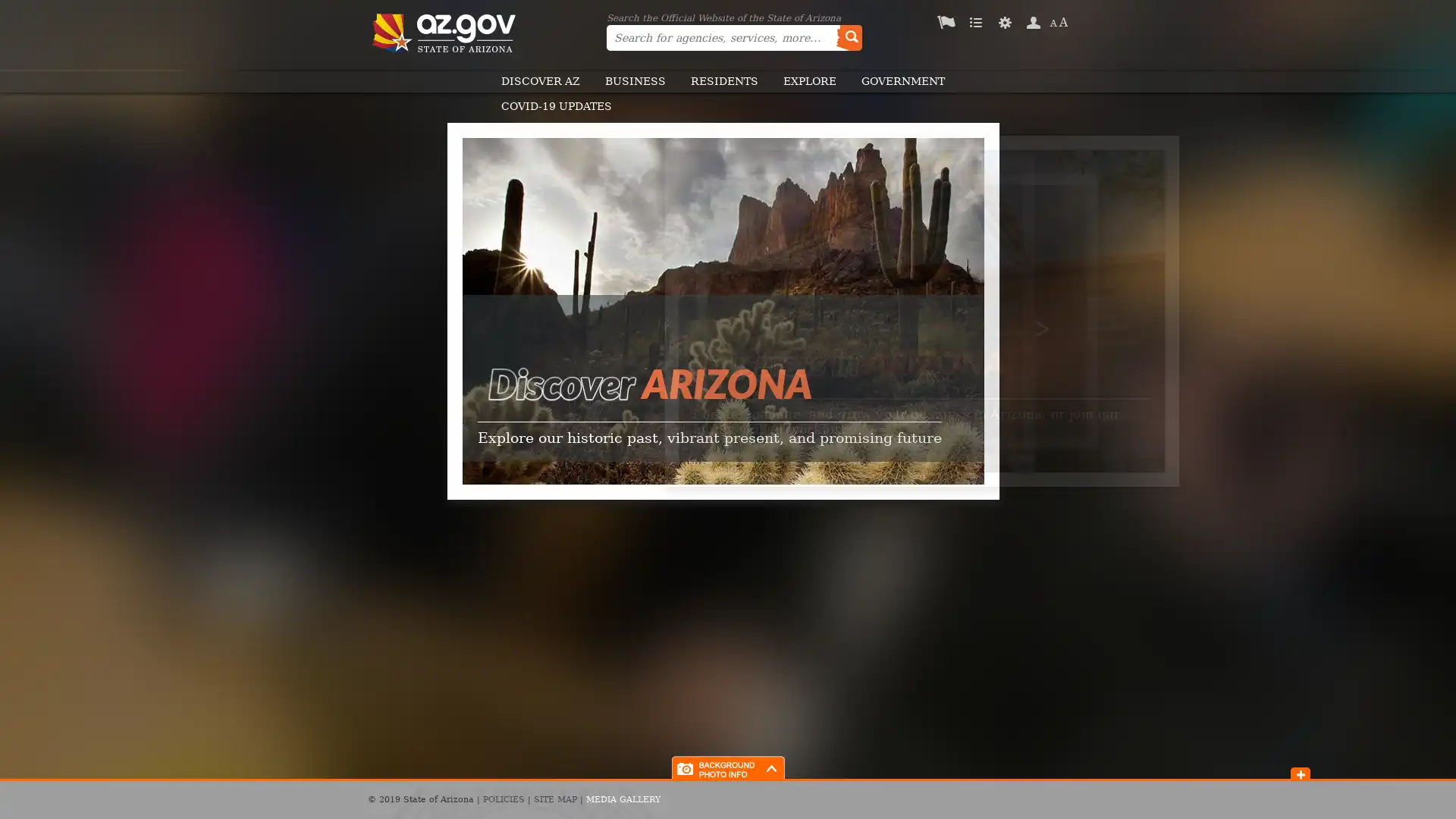  I want to click on Search, so click(848, 37).